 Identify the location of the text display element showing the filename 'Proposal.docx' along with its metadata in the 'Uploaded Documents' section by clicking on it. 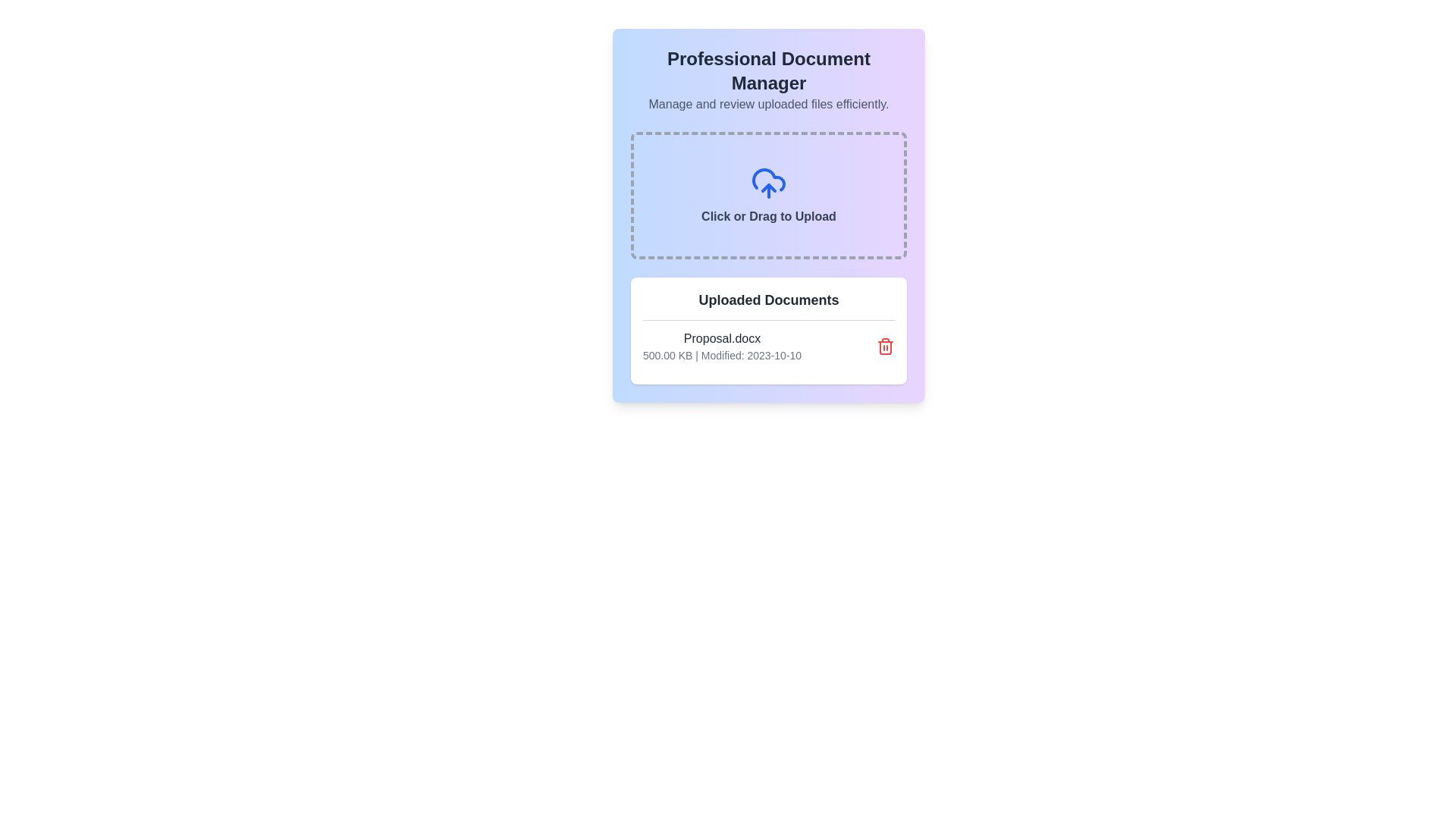
(721, 346).